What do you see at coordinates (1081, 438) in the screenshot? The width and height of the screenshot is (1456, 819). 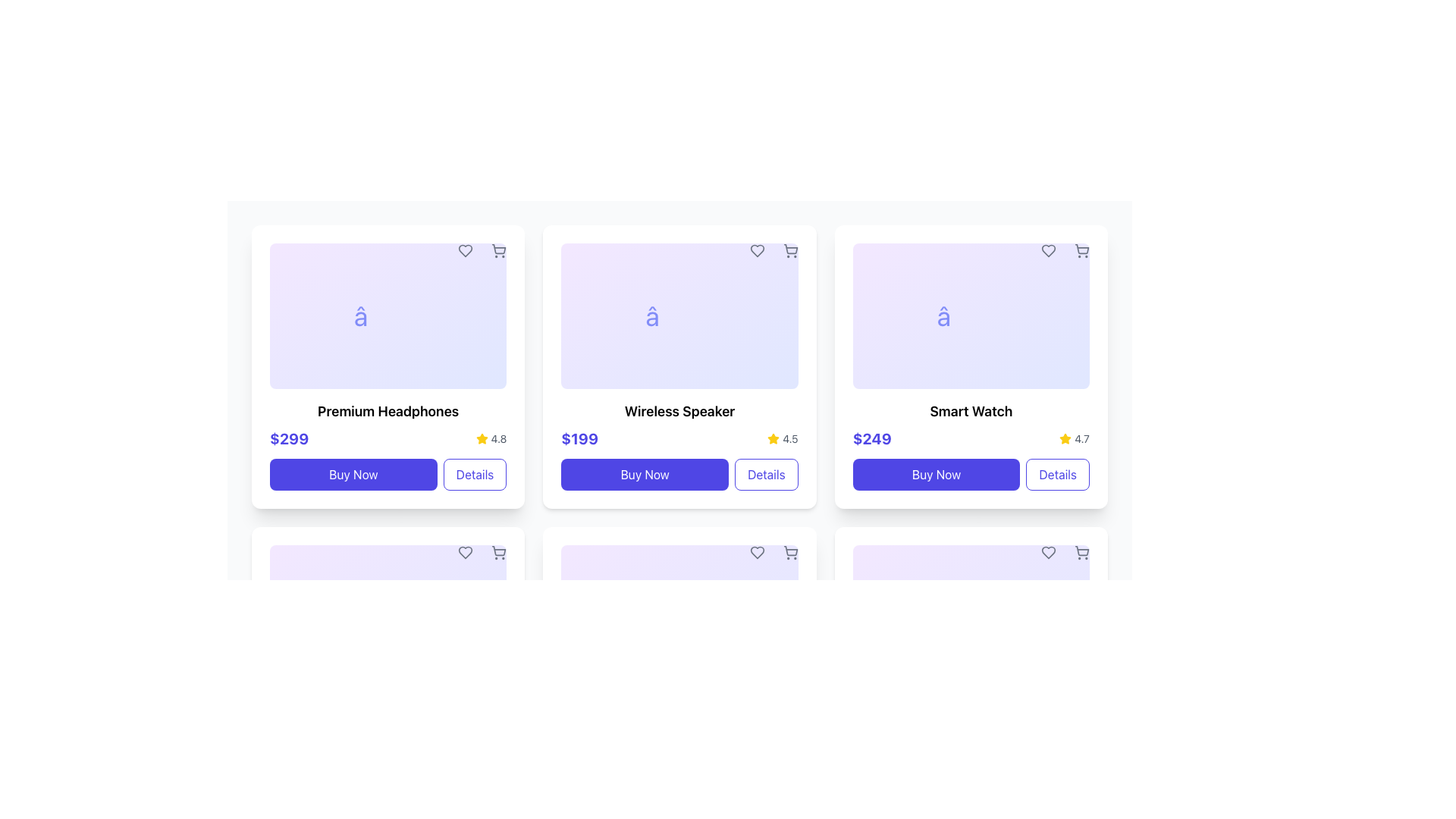 I see `displayed text '4.7' from the small gray text label located to the right of the yellow star icon in the third product card` at bounding box center [1081, 438].